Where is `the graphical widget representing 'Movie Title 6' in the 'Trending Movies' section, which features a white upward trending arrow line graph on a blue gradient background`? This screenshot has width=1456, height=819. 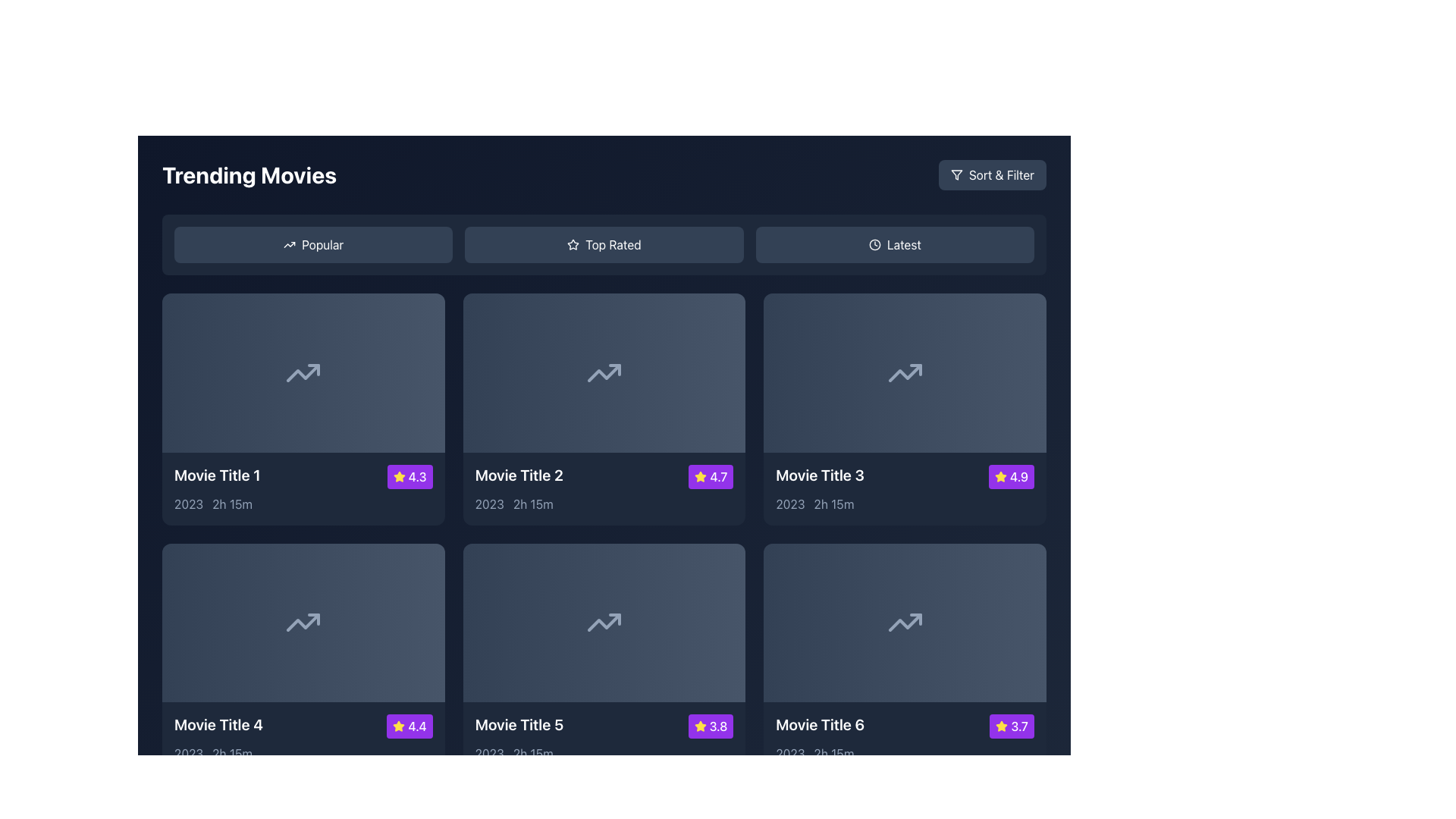 the graphical widget representing 'Movie Title 6' in the 'Trending Movies' section, which features a white upward trending arrow line graph on a blue gradient background is located at coordinates (905, 623).